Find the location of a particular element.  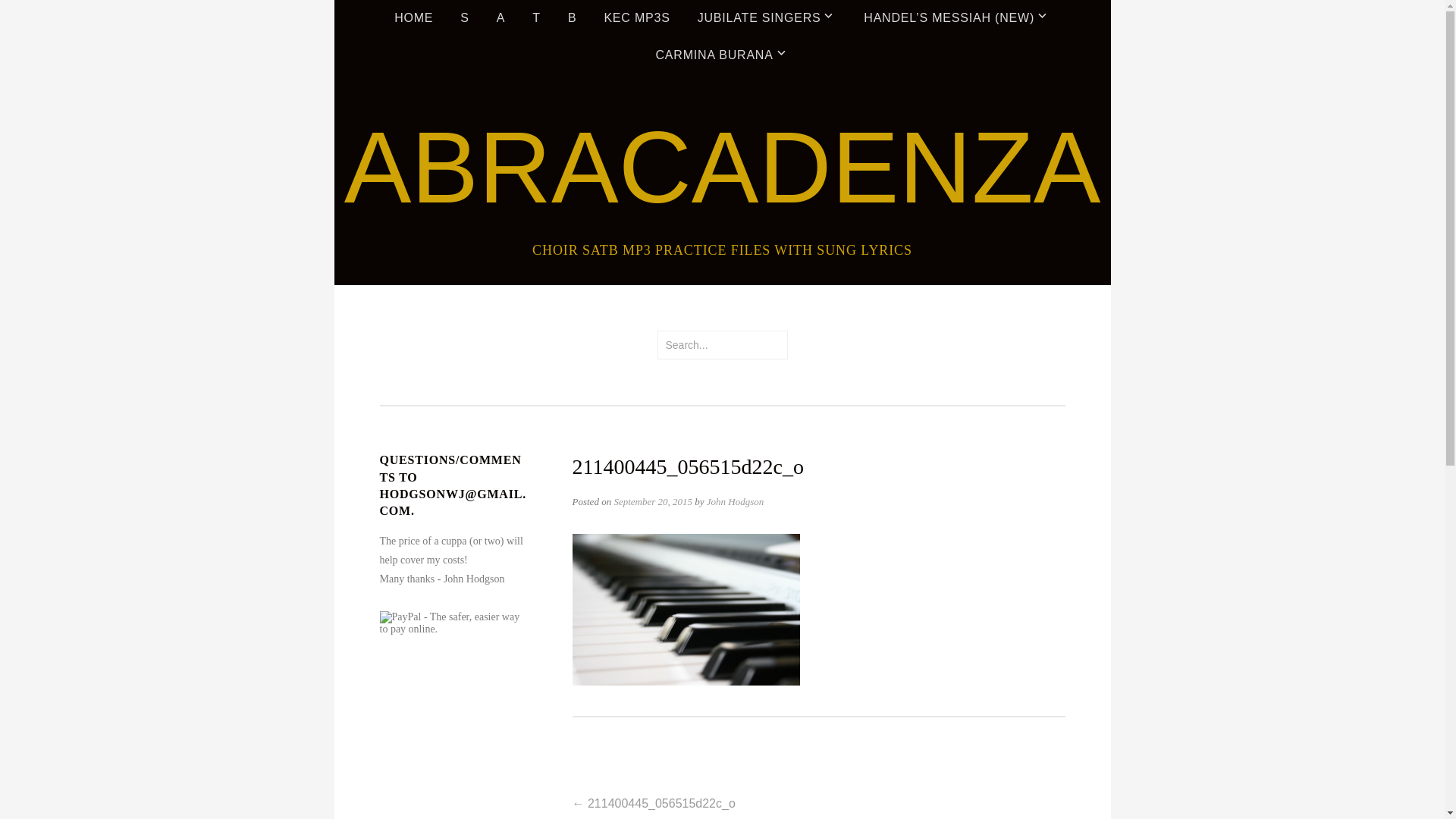

'B' is located at coordinates (555, 18).